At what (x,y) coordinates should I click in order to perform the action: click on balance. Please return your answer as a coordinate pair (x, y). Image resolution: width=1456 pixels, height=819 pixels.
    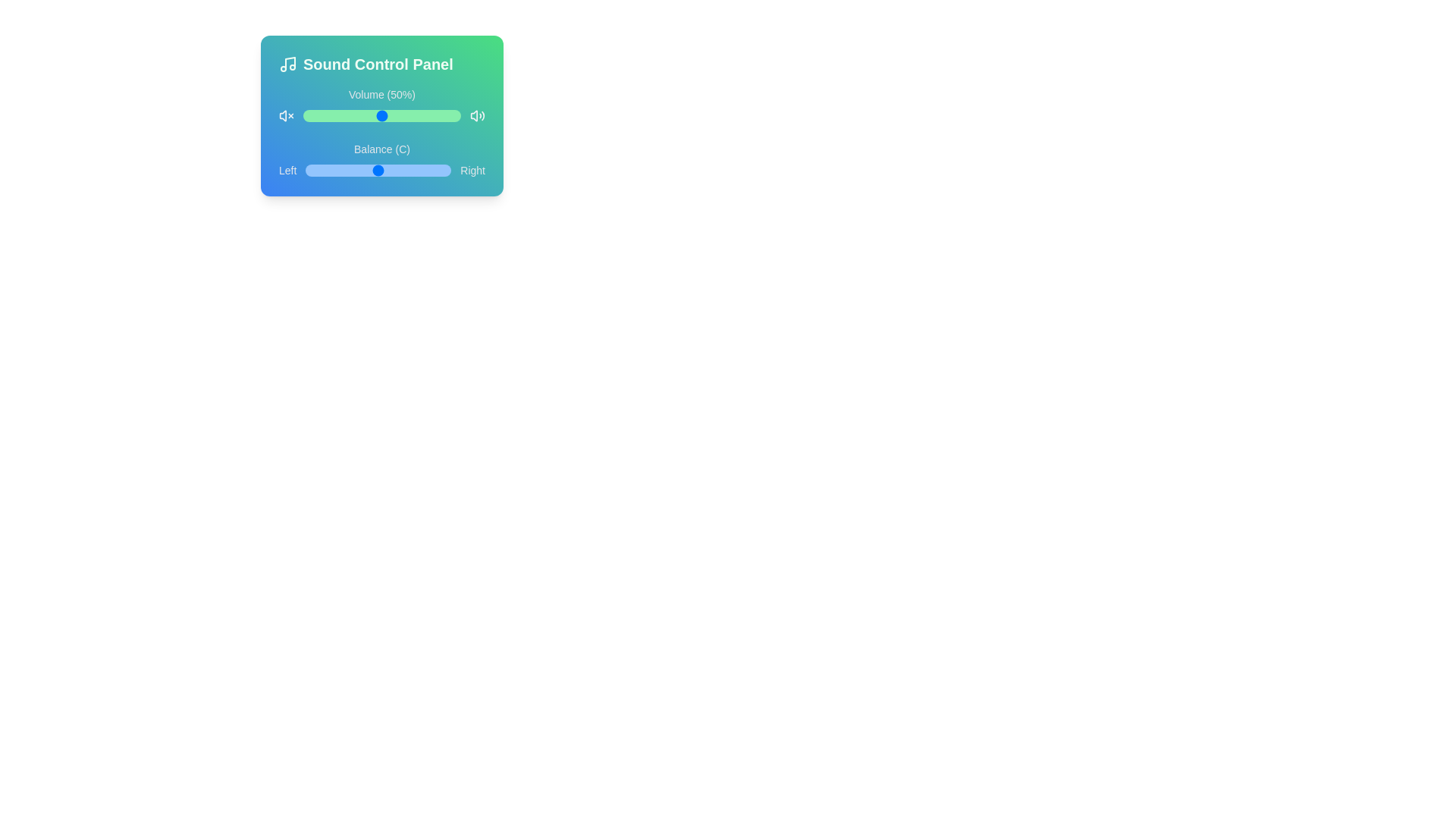
    Looking at the image, I should click on (428, 170).